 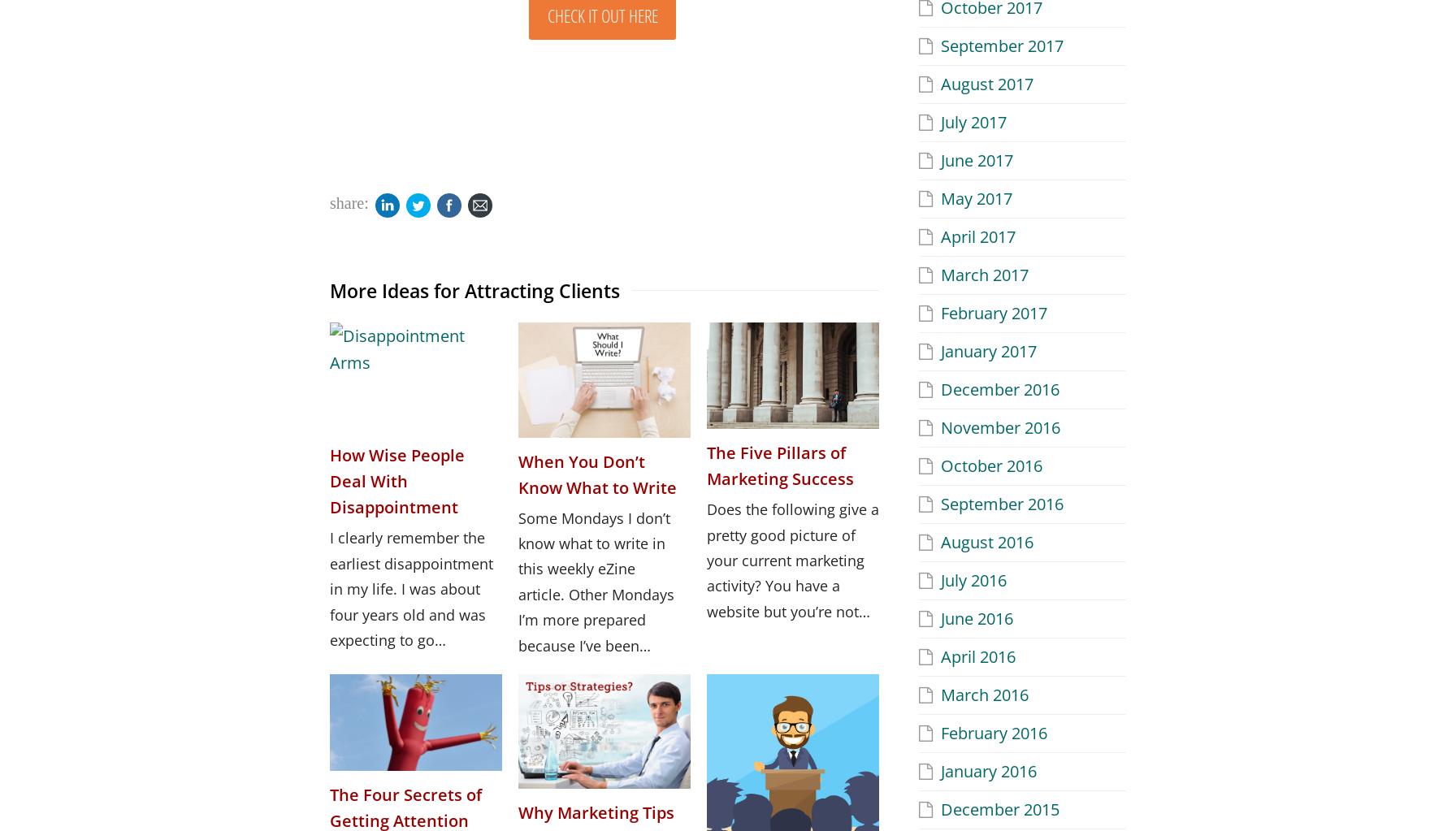 I want to click on 'June 2017', so click(x=940, y=159).